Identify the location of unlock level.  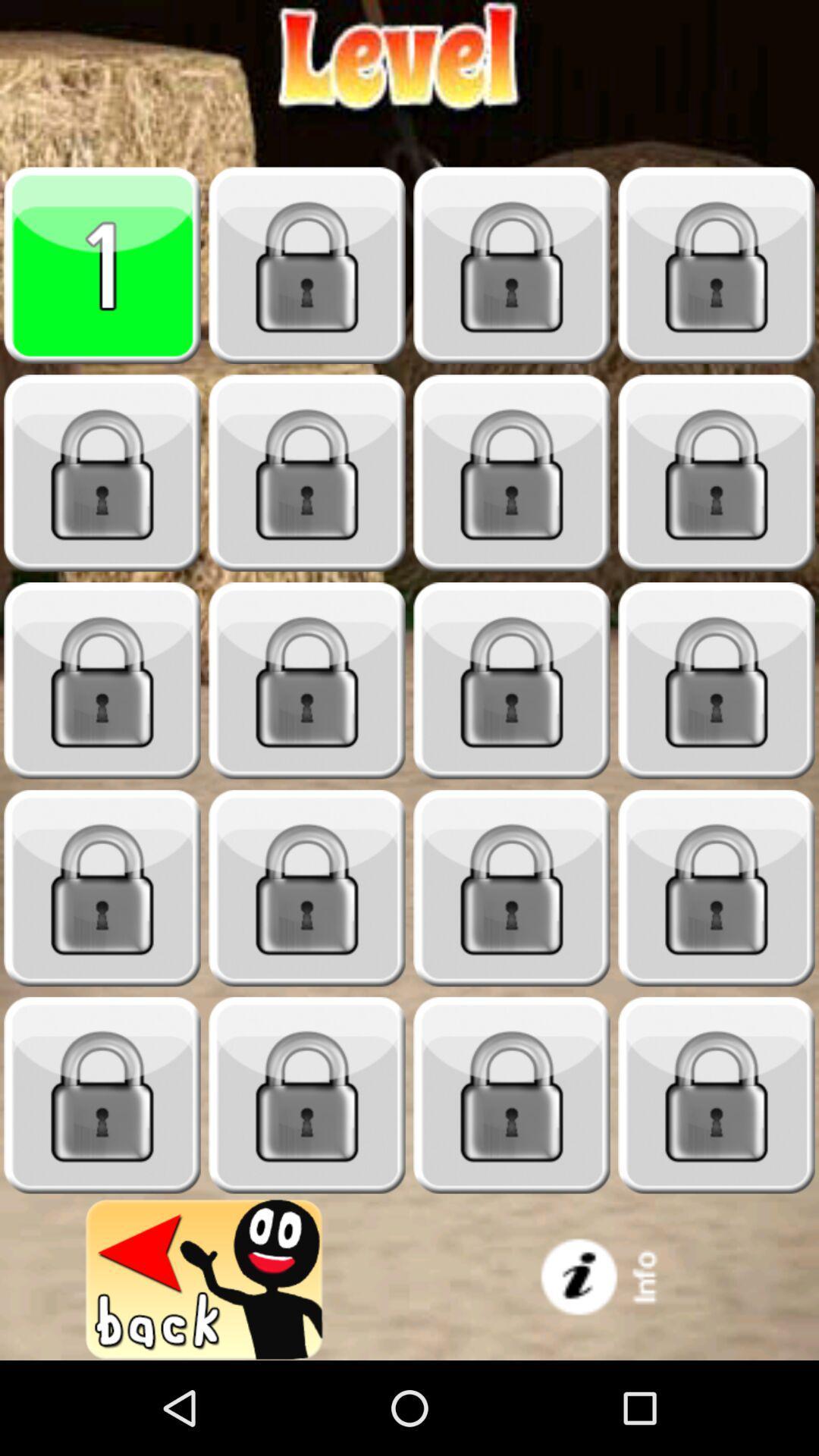
(512, 265).